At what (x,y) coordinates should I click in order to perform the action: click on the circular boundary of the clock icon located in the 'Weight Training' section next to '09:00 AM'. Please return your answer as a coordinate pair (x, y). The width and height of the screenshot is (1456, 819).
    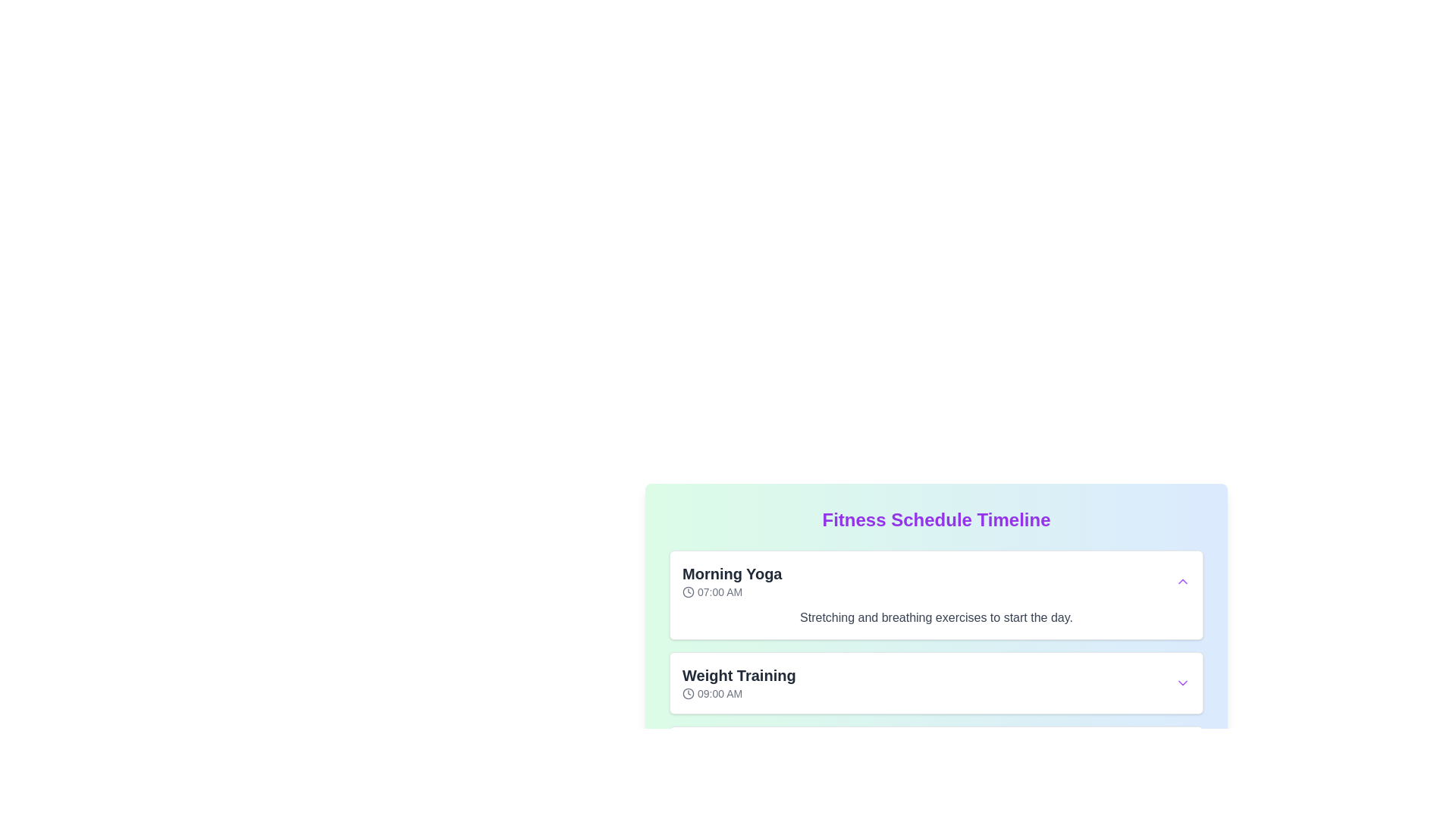
    Looking at the image, I should click on (687, 693).